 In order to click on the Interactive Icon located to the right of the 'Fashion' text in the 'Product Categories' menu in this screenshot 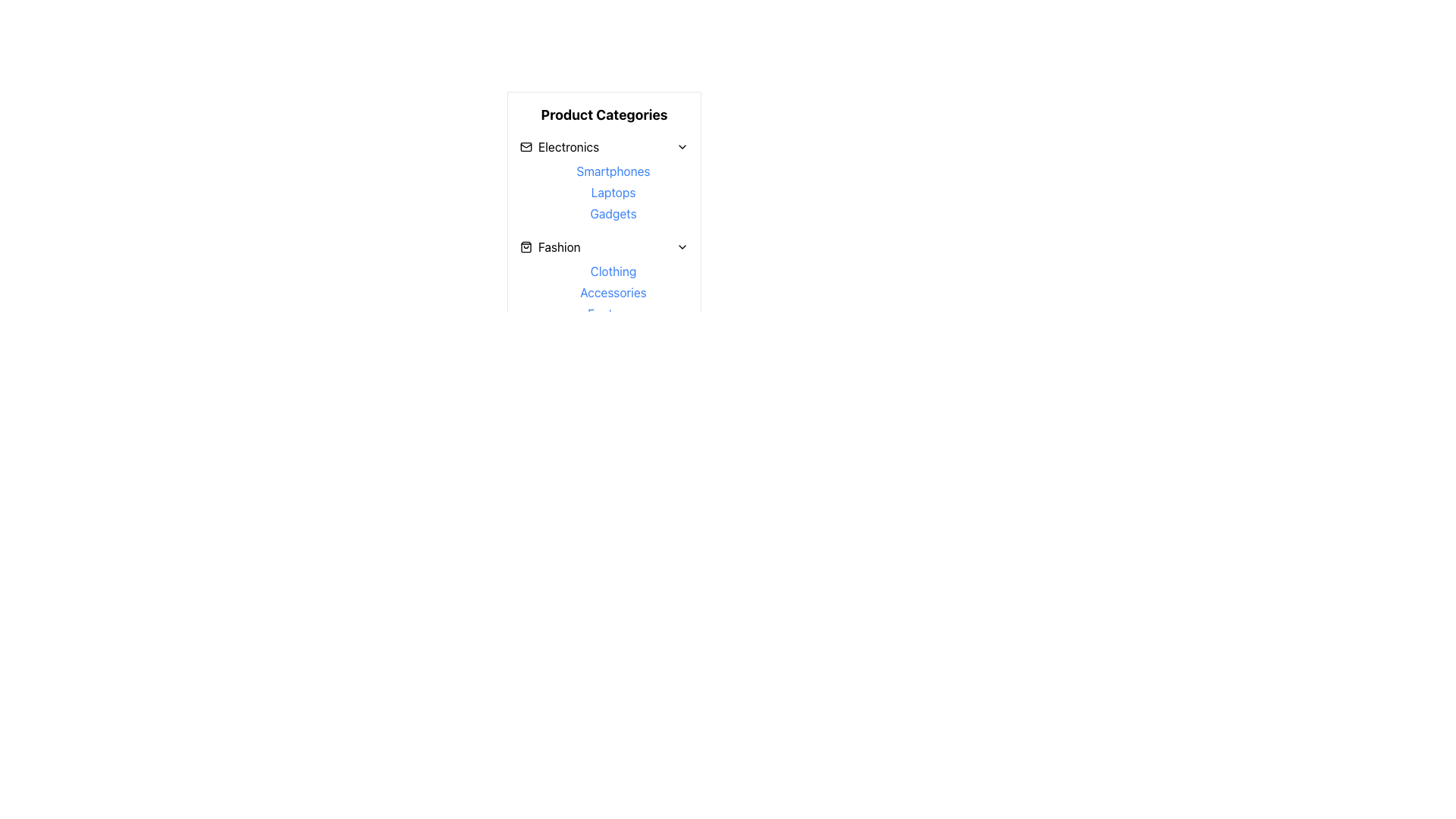, I will do `click(682, 246)`.